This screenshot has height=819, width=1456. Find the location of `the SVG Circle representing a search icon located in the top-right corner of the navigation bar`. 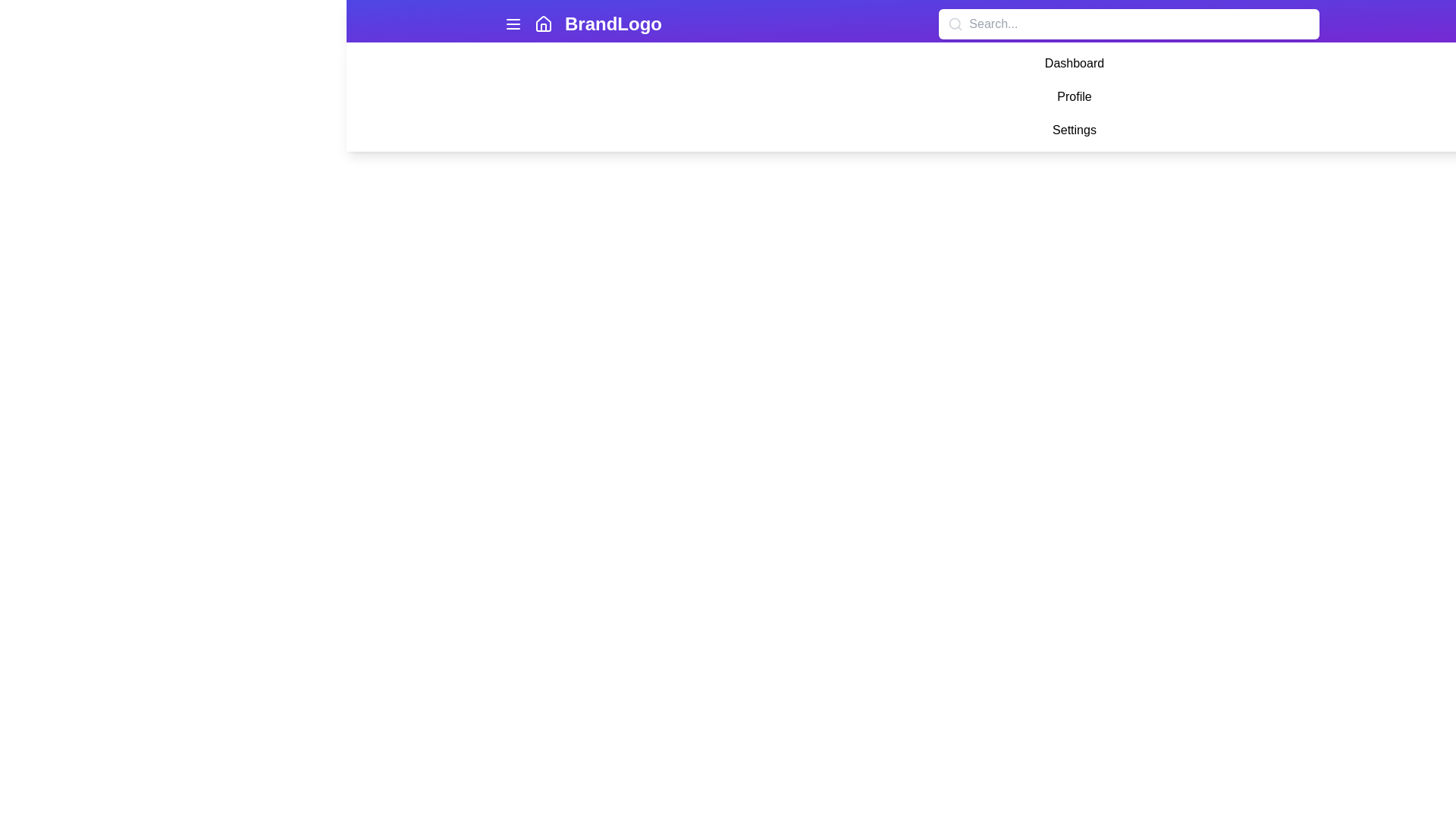

the SVG Circle representing a search icon located in the top-right corner of the navigation bar is located at coordinates (954, 24).